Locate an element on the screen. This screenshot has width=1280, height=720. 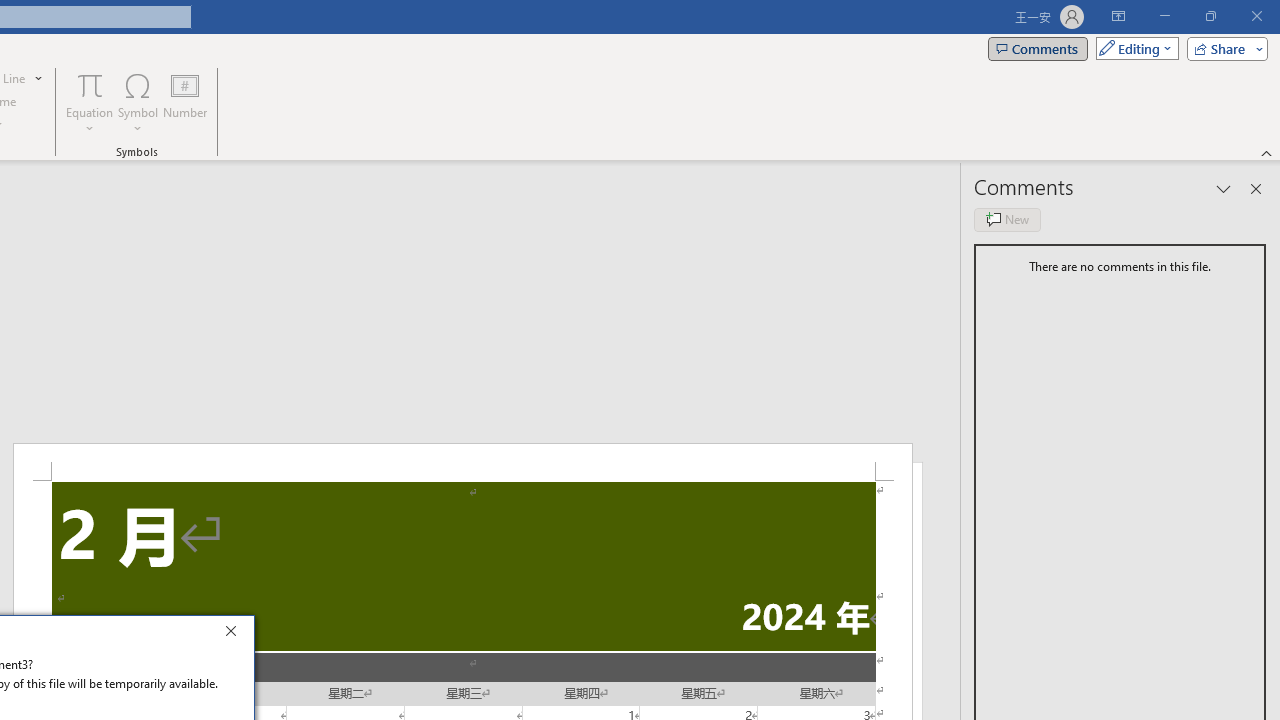
'Task Pane Options' is located at coordinates (1223, 189).